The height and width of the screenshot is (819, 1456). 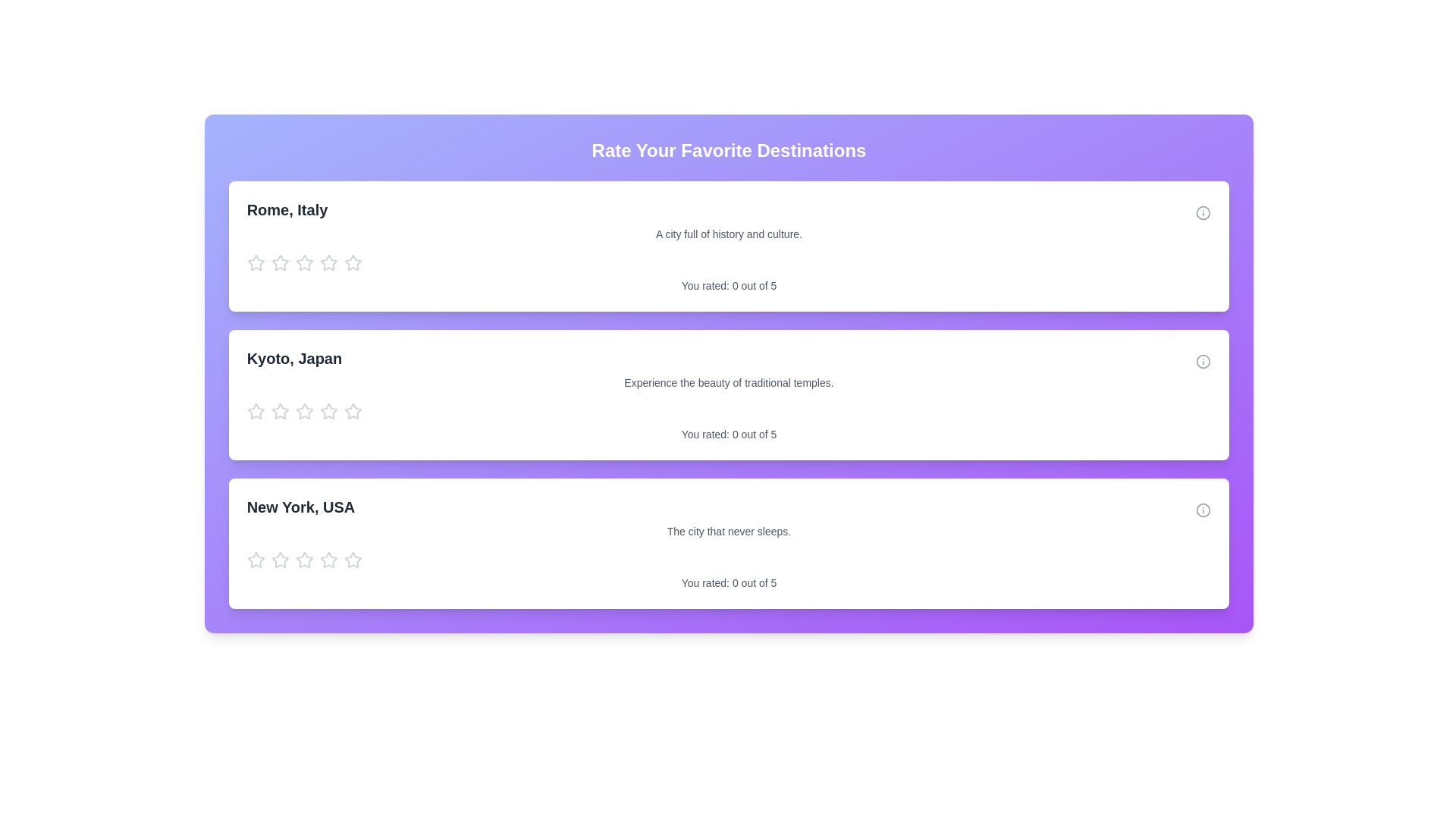 What do you see at coordinates (729, 435) in the screenshot?
I see `the text label that provides feedback about the current rating for the item, located in the second card below the rating stars` at bounding box center [729, 435].